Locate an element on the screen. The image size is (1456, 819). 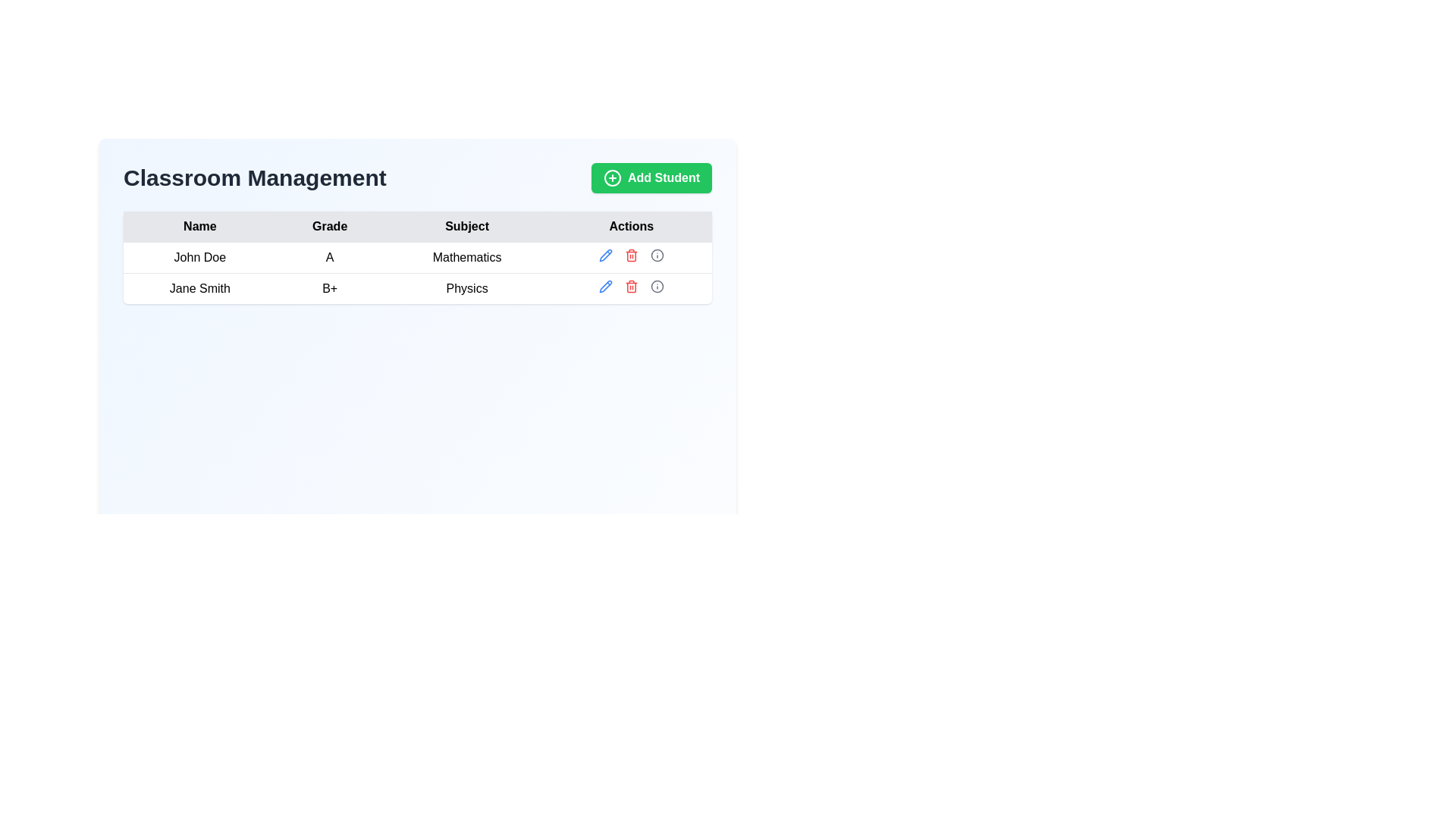
the delete action button located in the Actions column of the first row of the table is located at coordinates (631, 254).